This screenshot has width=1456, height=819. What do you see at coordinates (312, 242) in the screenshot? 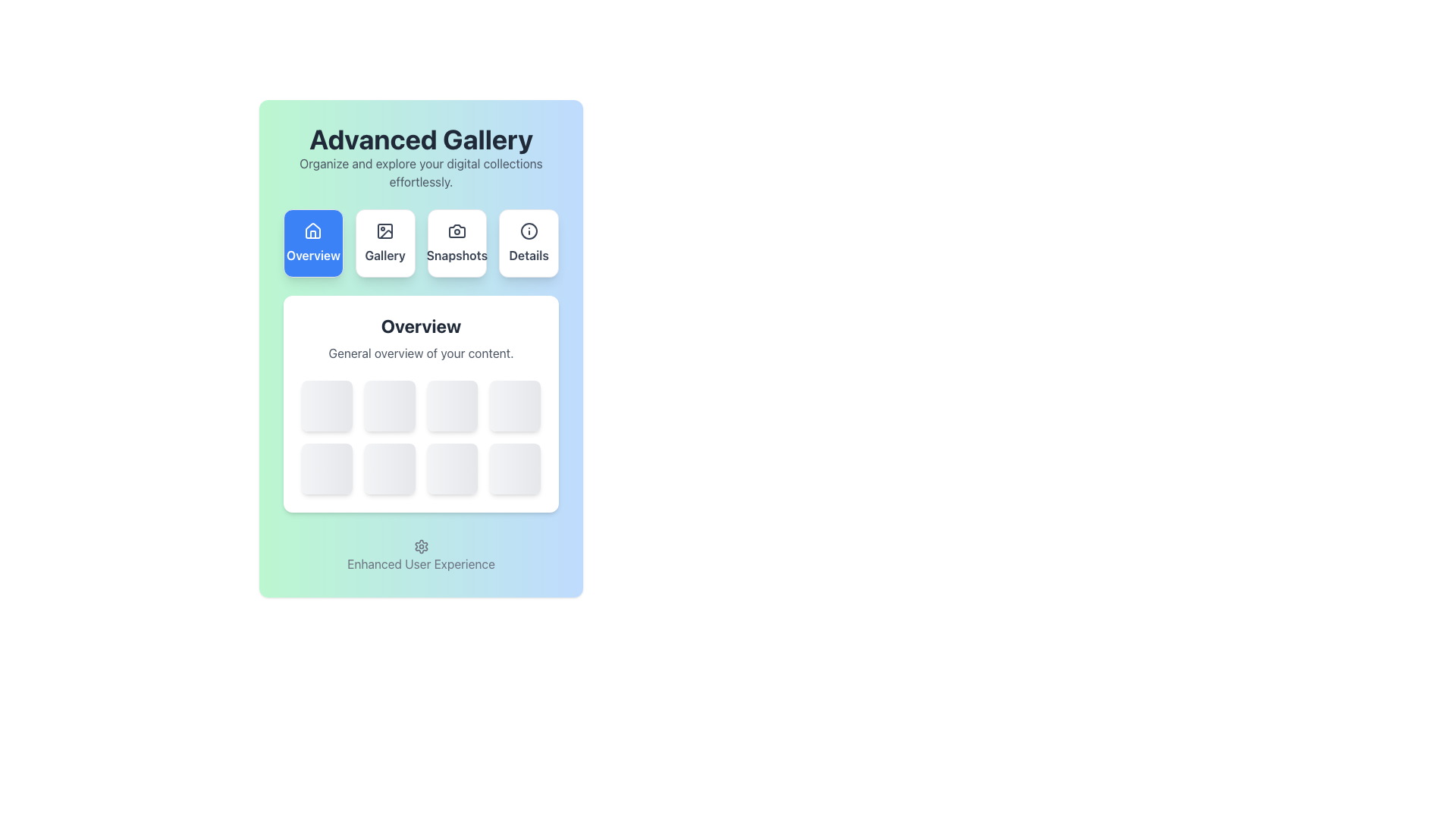
I see `the leftmost button in the row of four buttons` at bounding box center [312, 242].